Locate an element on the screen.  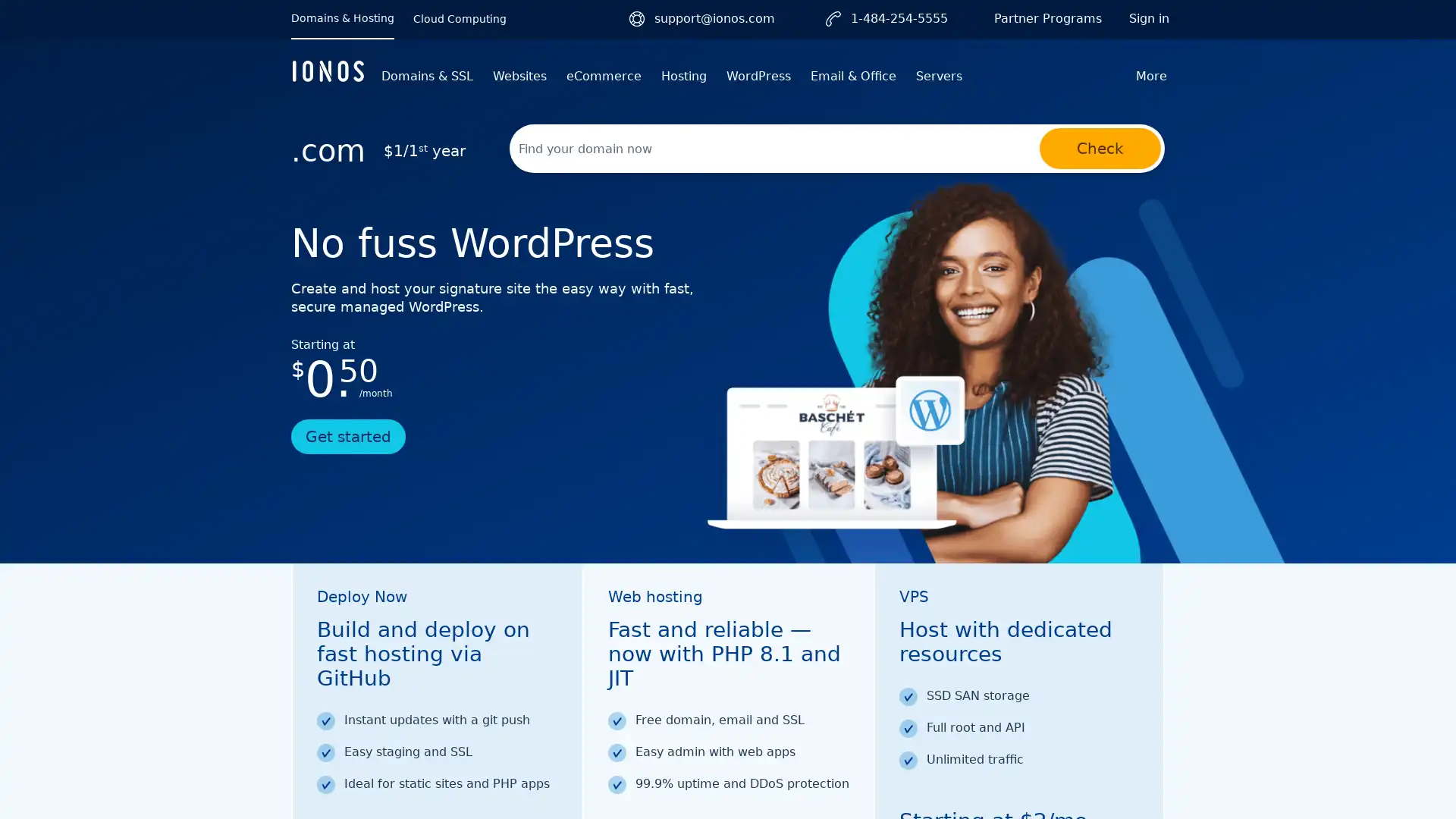
WordPress is located at coordinates (745, 76).